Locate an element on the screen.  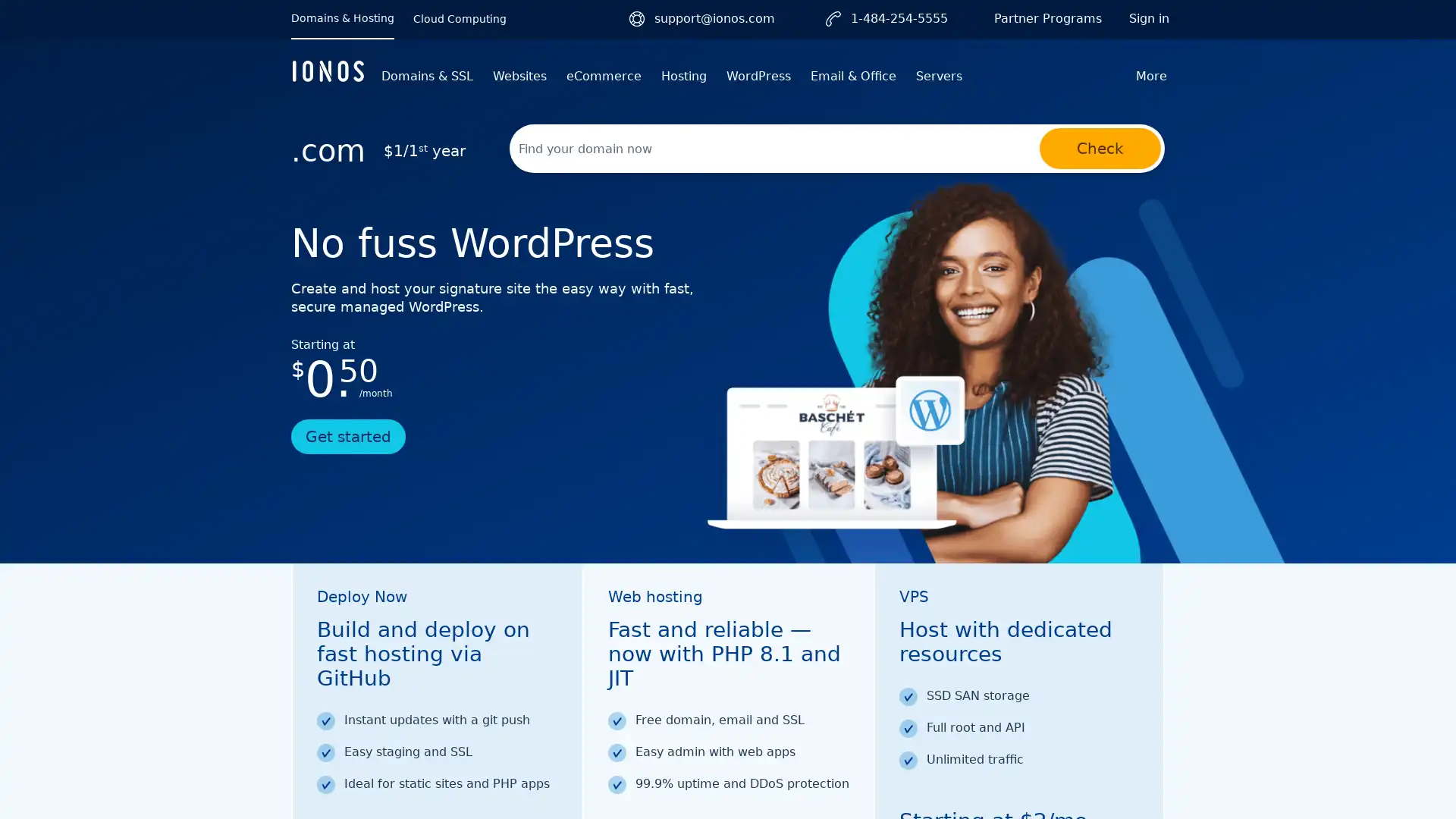
WordPress is located at coordinates (745, 76).